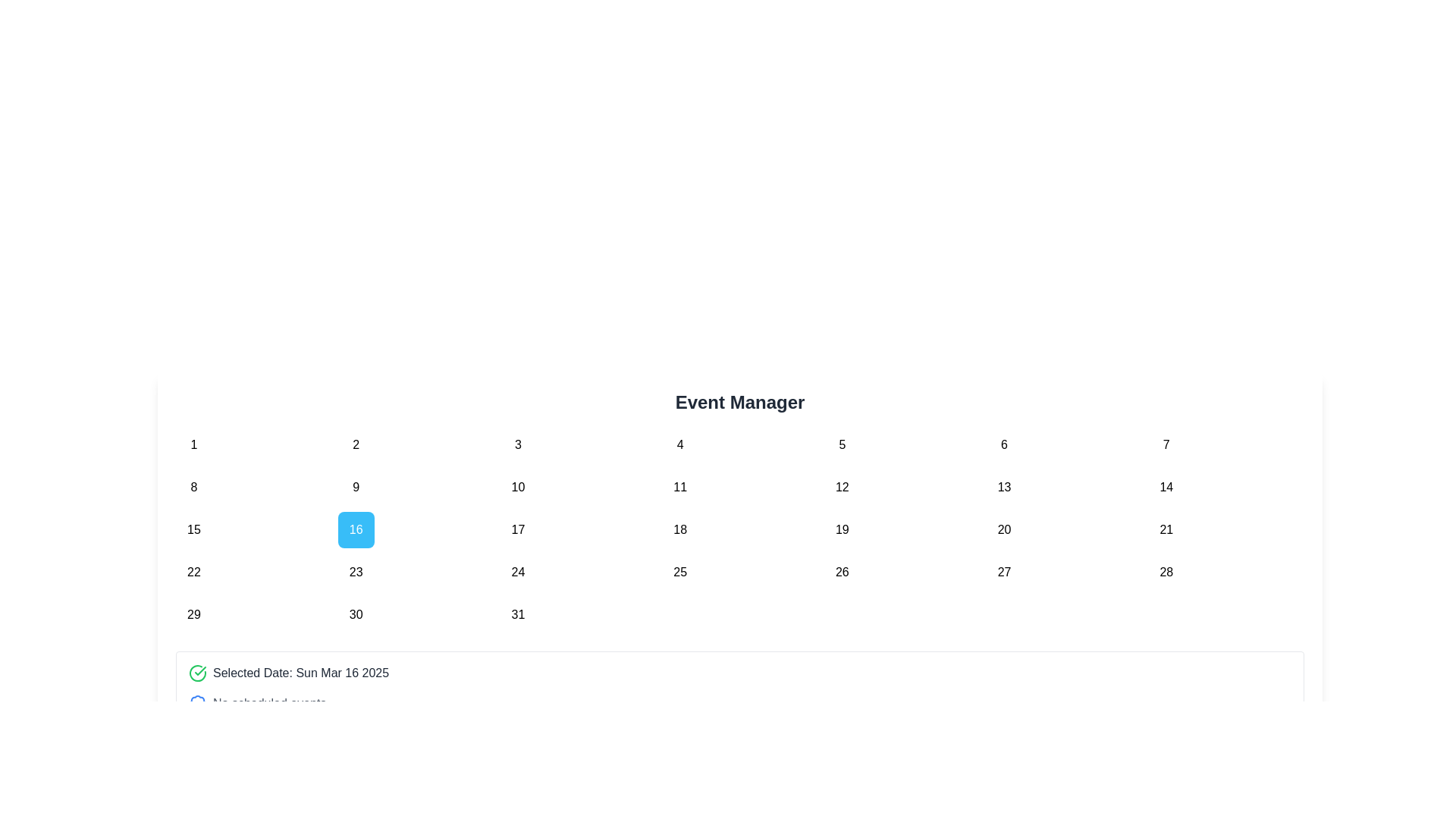 This screenshot has height=819, width=1456. I want to click on the square-shaped button displaying '9' in the center, so click(355, 488).